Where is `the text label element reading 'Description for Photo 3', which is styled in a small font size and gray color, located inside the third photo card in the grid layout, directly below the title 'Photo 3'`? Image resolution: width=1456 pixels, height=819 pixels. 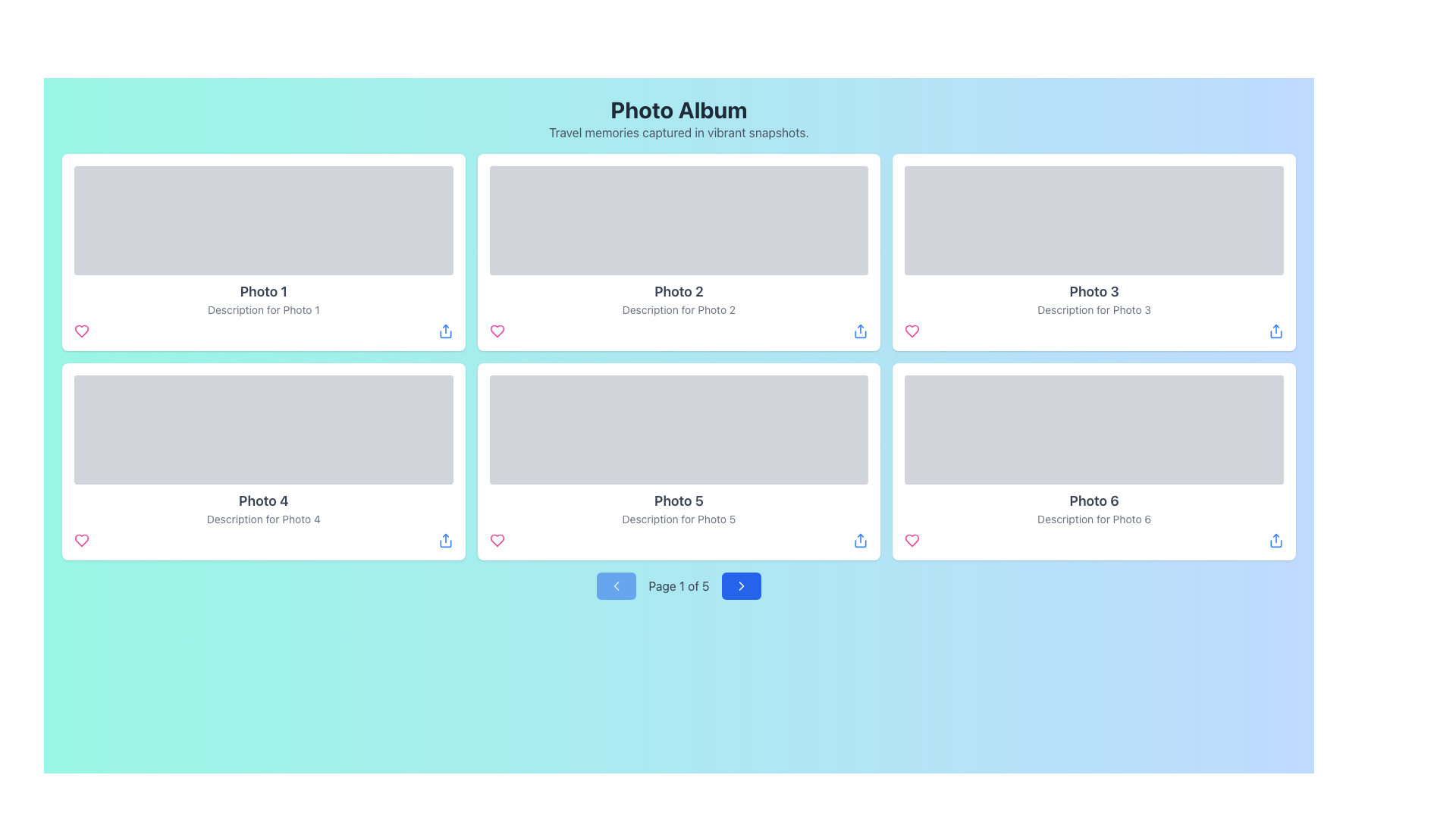
the text label element reading 'Description for Photo 3', which is styled in a small font size and gray color, located inside the third photo card in the grid layout, directly below the title 'Photo 3' is located at coordinates (1094, 309).